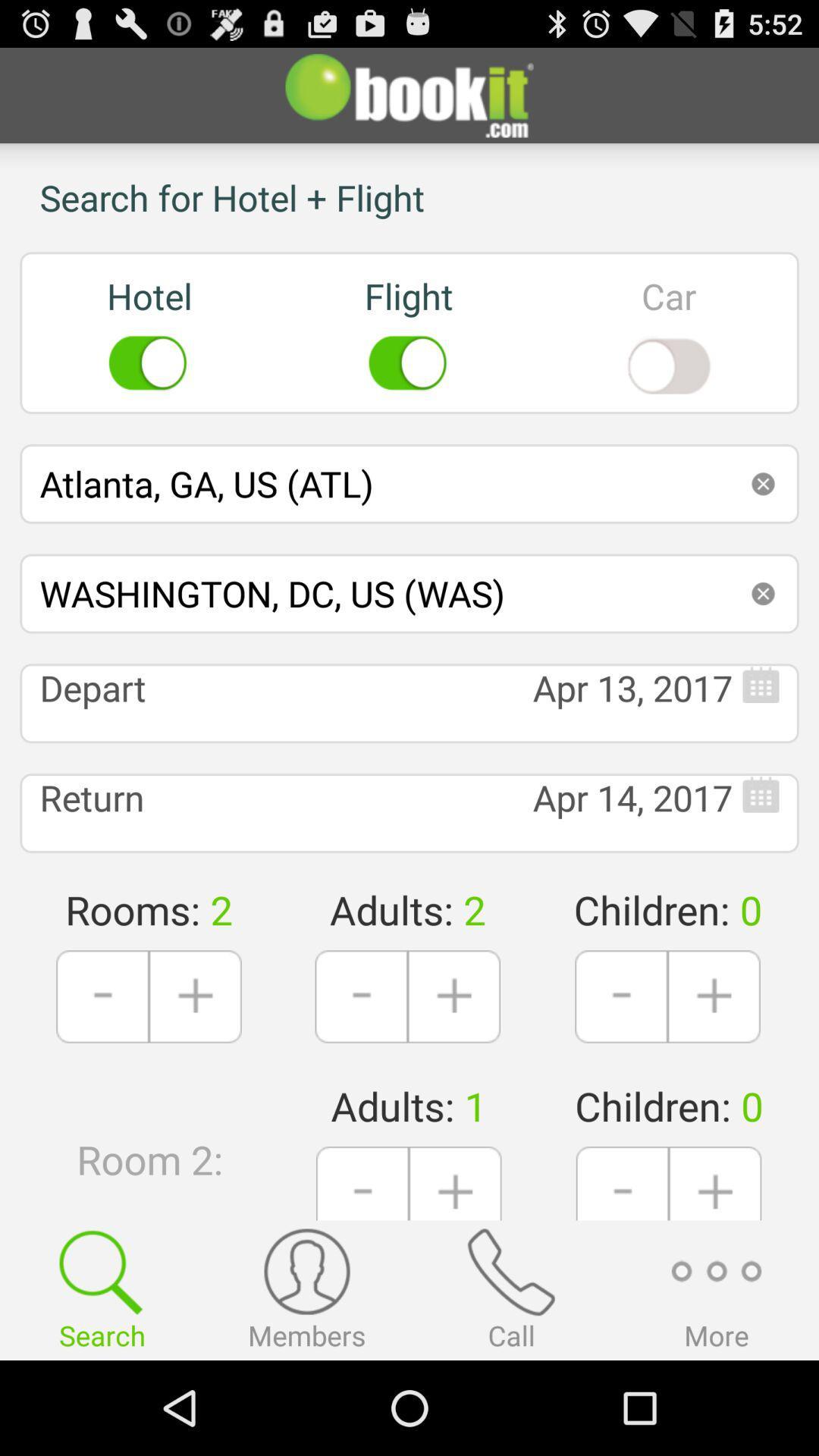 This screenshot has width=819, height=1456. I want to click on the add icon, so click(715, 1266).